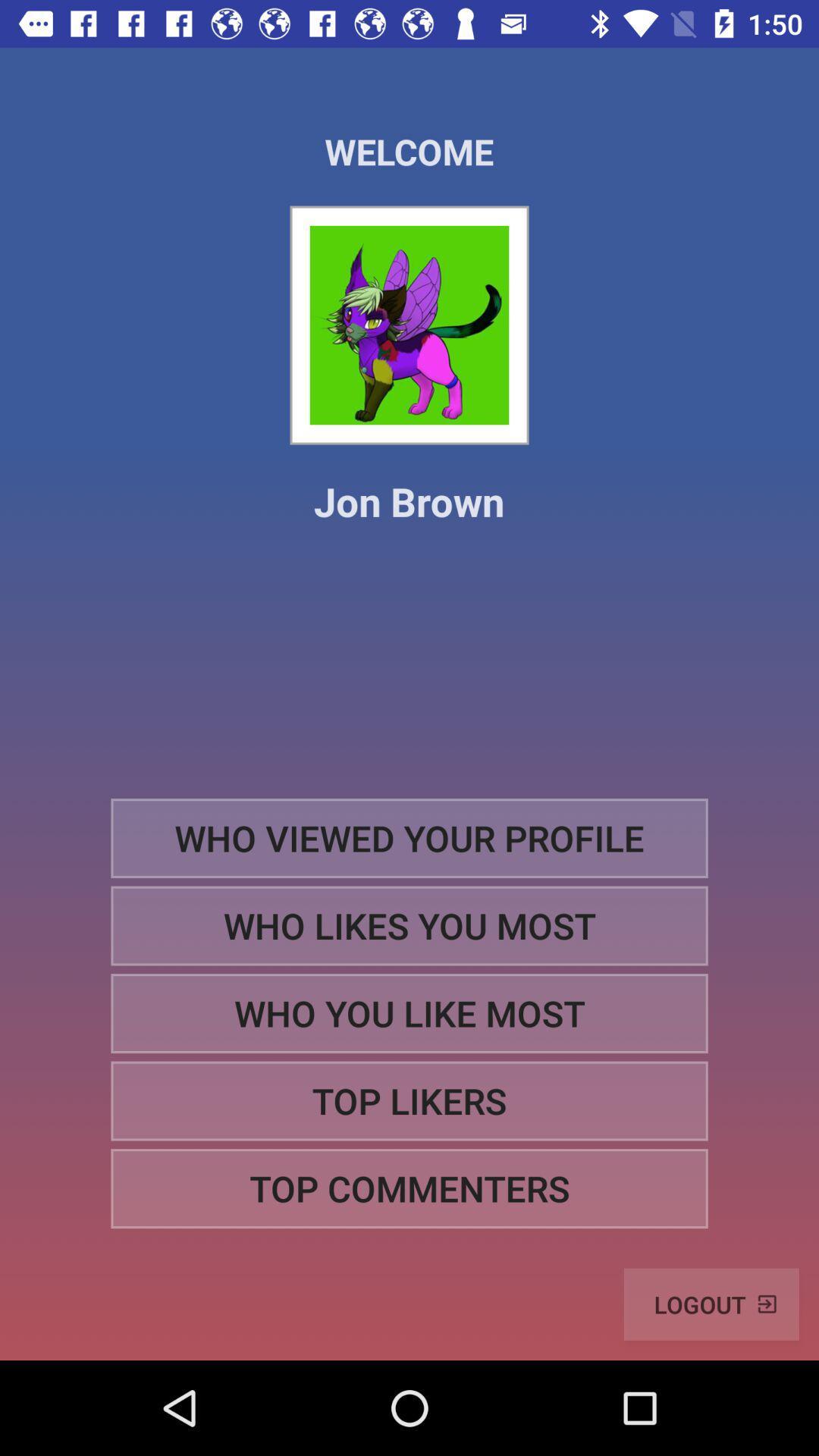  I want to click on item at the bottom right corner, so click(711, 1304).